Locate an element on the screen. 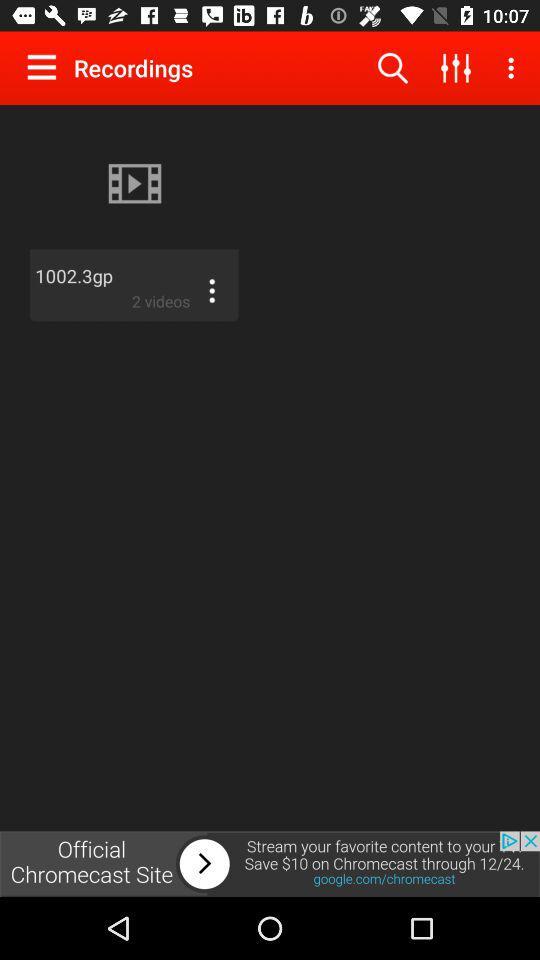 This screenshot has height=960, width=540. menu is located at coordinates (210, 289).